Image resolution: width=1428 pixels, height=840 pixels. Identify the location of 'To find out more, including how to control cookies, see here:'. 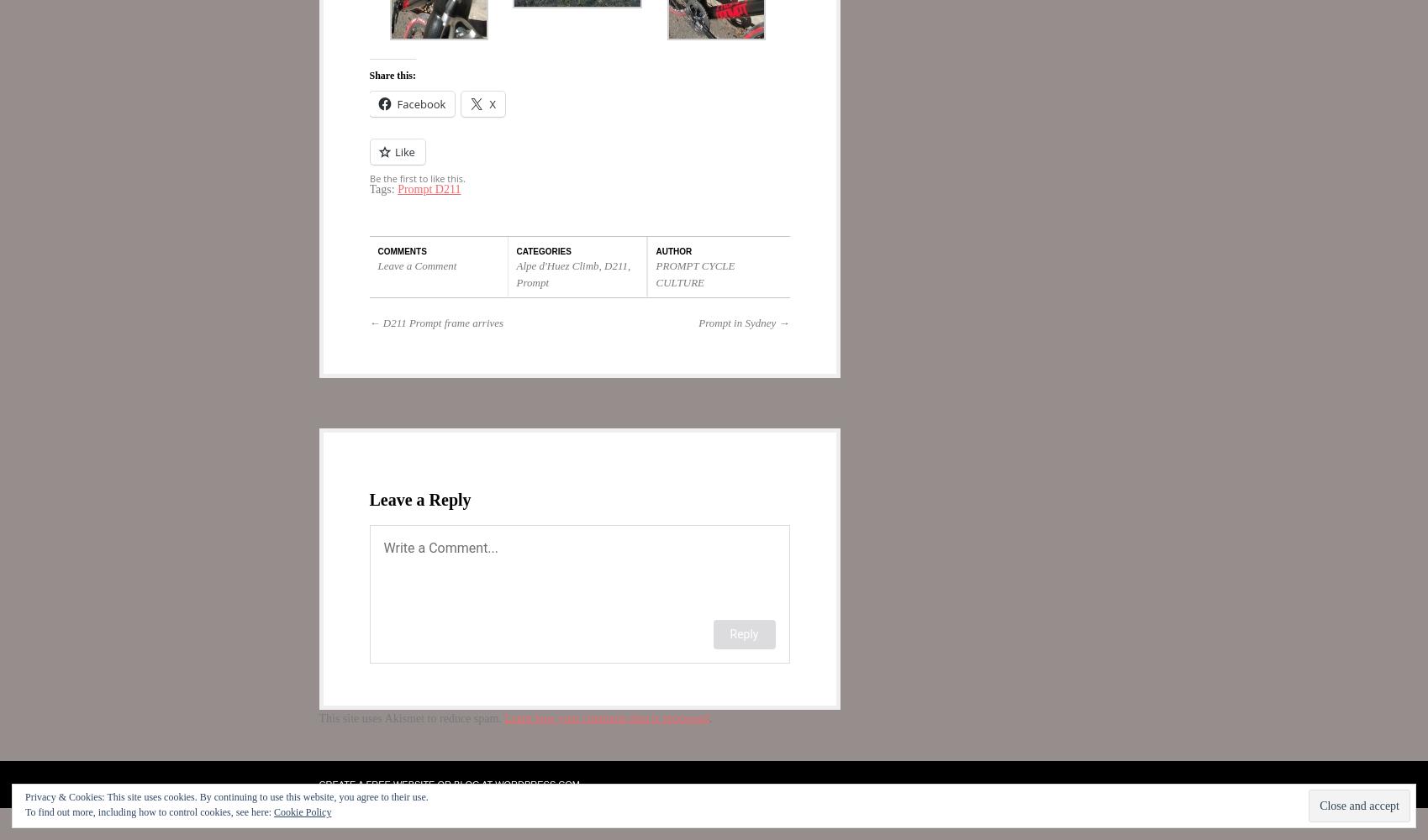
(149, 811).